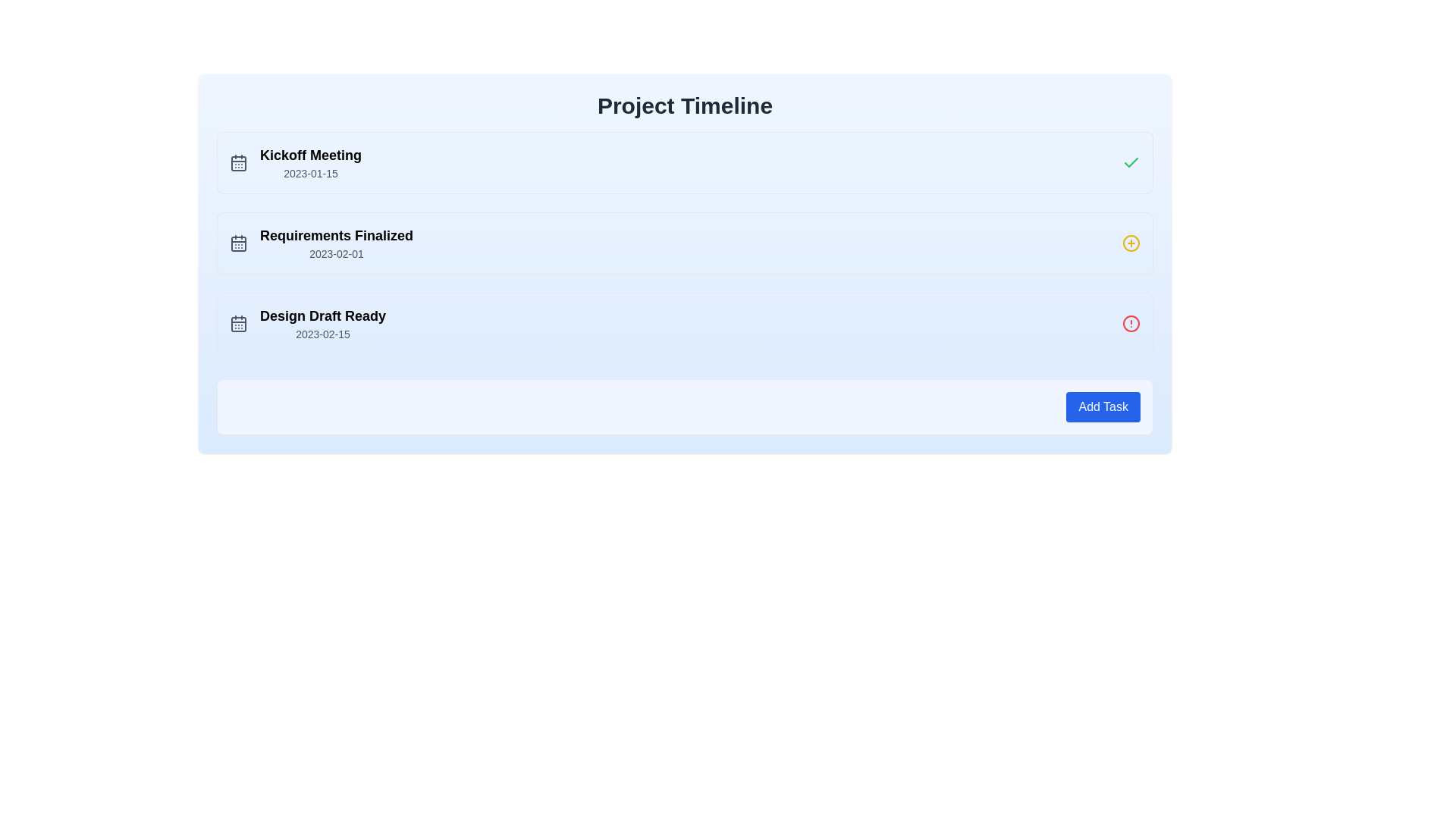  Describe the element at coordinates (309, 172) in the screenshot. I see `the static text label displaying the date for the 'Kickoff Meeting' event, which is located directly under the title and aligned to the left in the first card of the vertical list` at that location.